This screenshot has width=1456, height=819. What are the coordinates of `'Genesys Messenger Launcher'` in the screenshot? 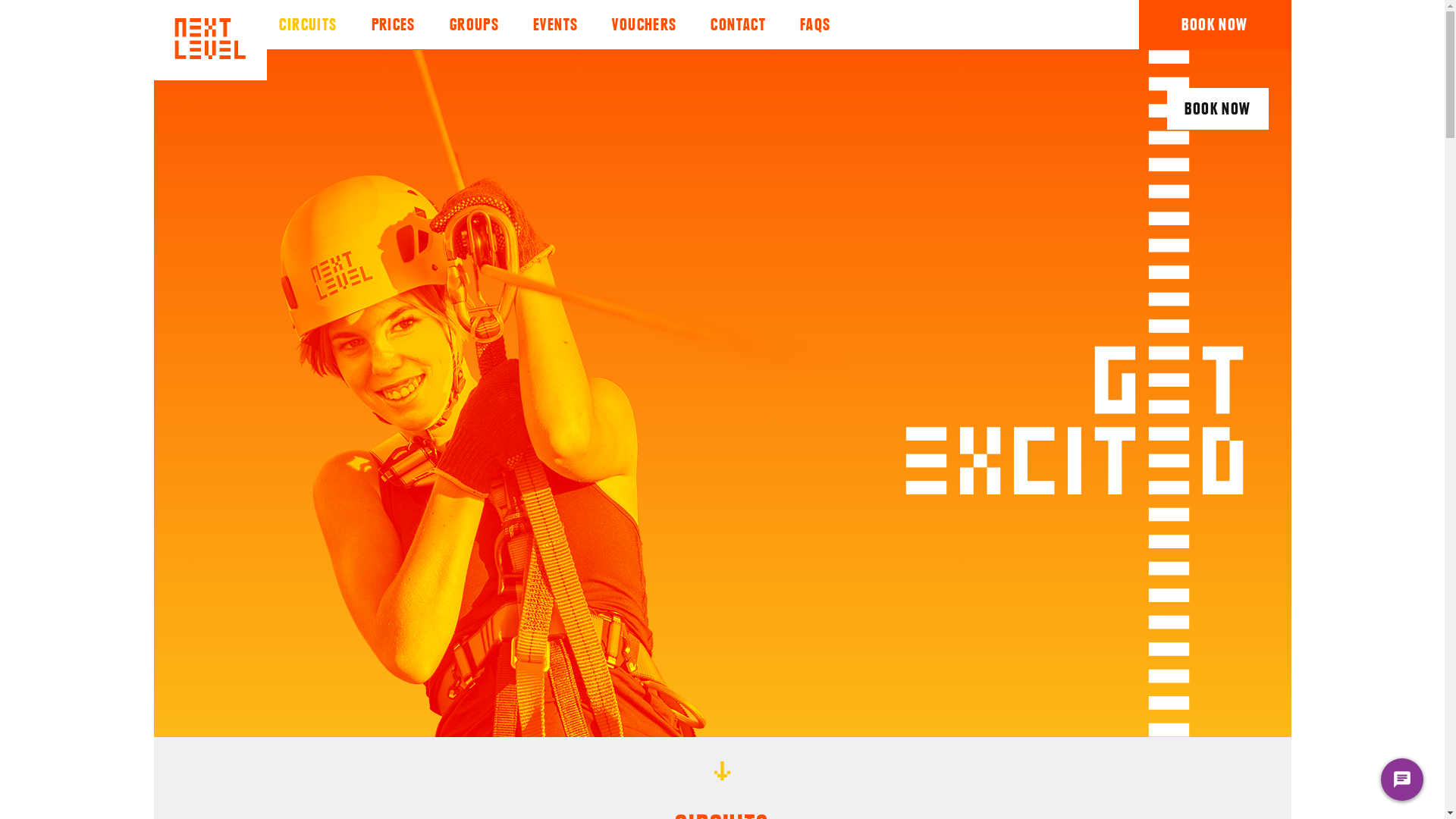 It's located at (1401, 783).